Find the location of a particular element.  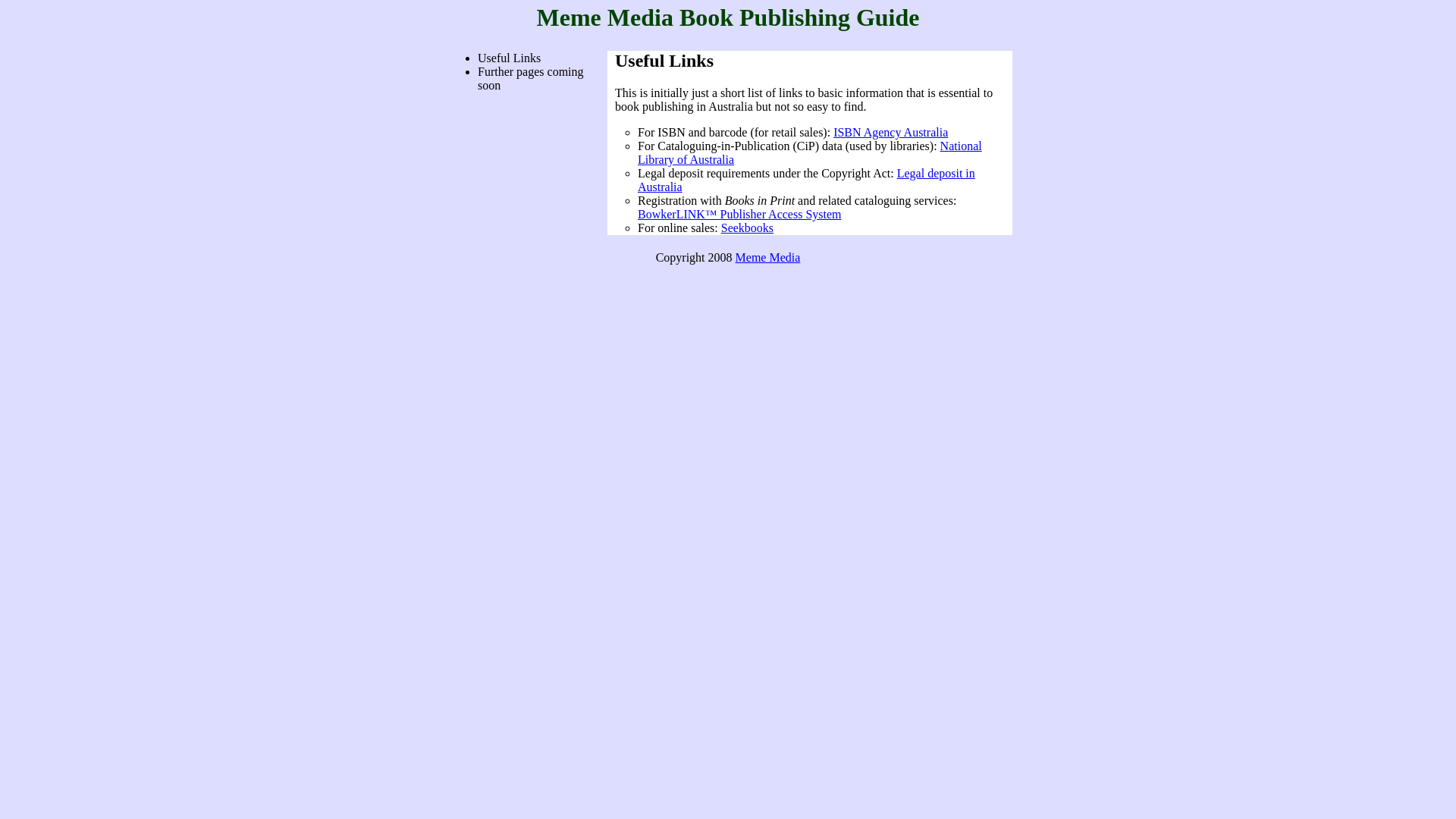

'Legal deposit in Australia' is located at coordinates (805, 179).